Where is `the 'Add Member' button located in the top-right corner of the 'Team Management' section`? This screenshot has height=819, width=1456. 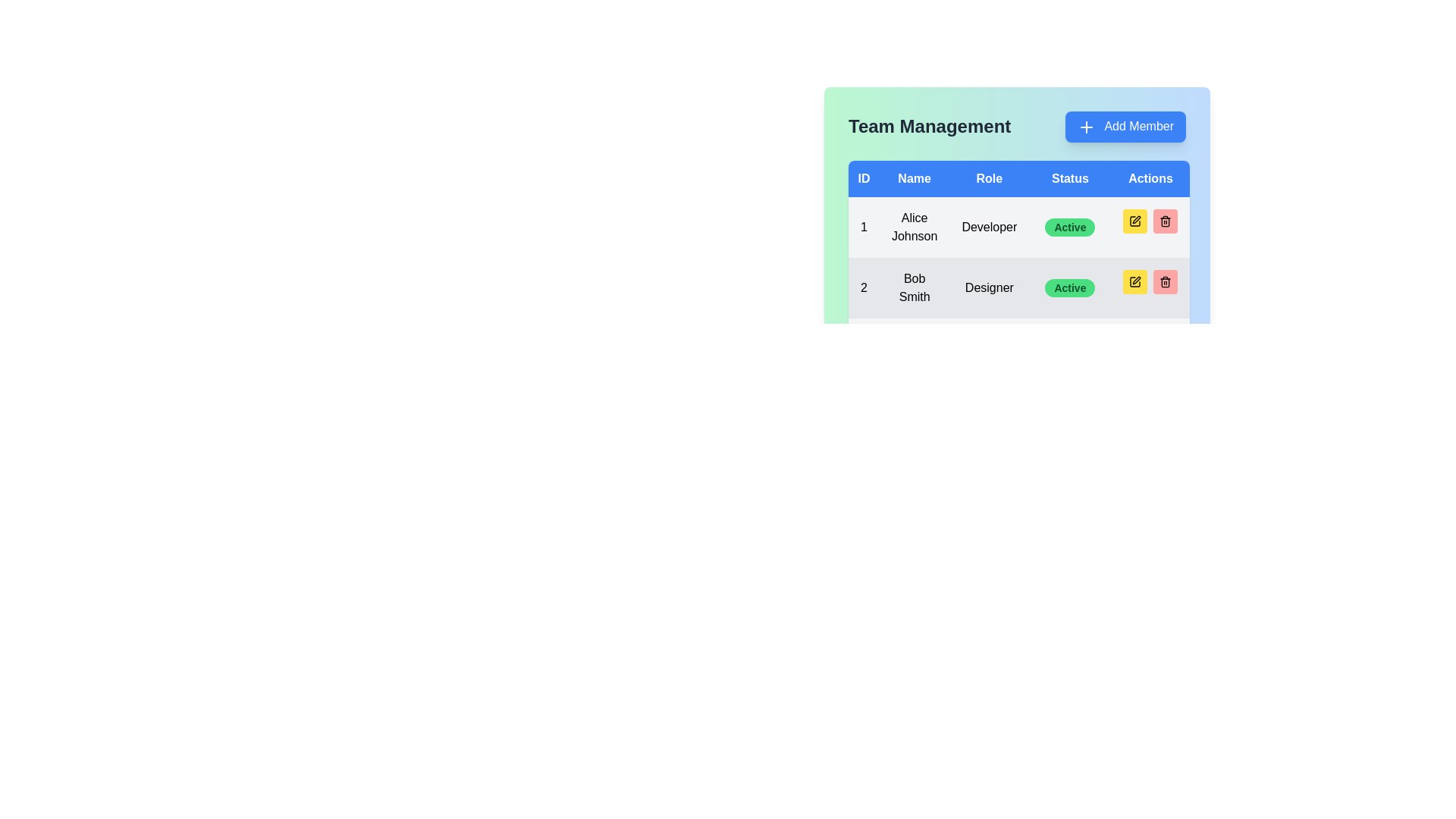
the 'Add Member' button located in the top-right corner of the 'Team Management' section is located at coordinates (1125, 126).